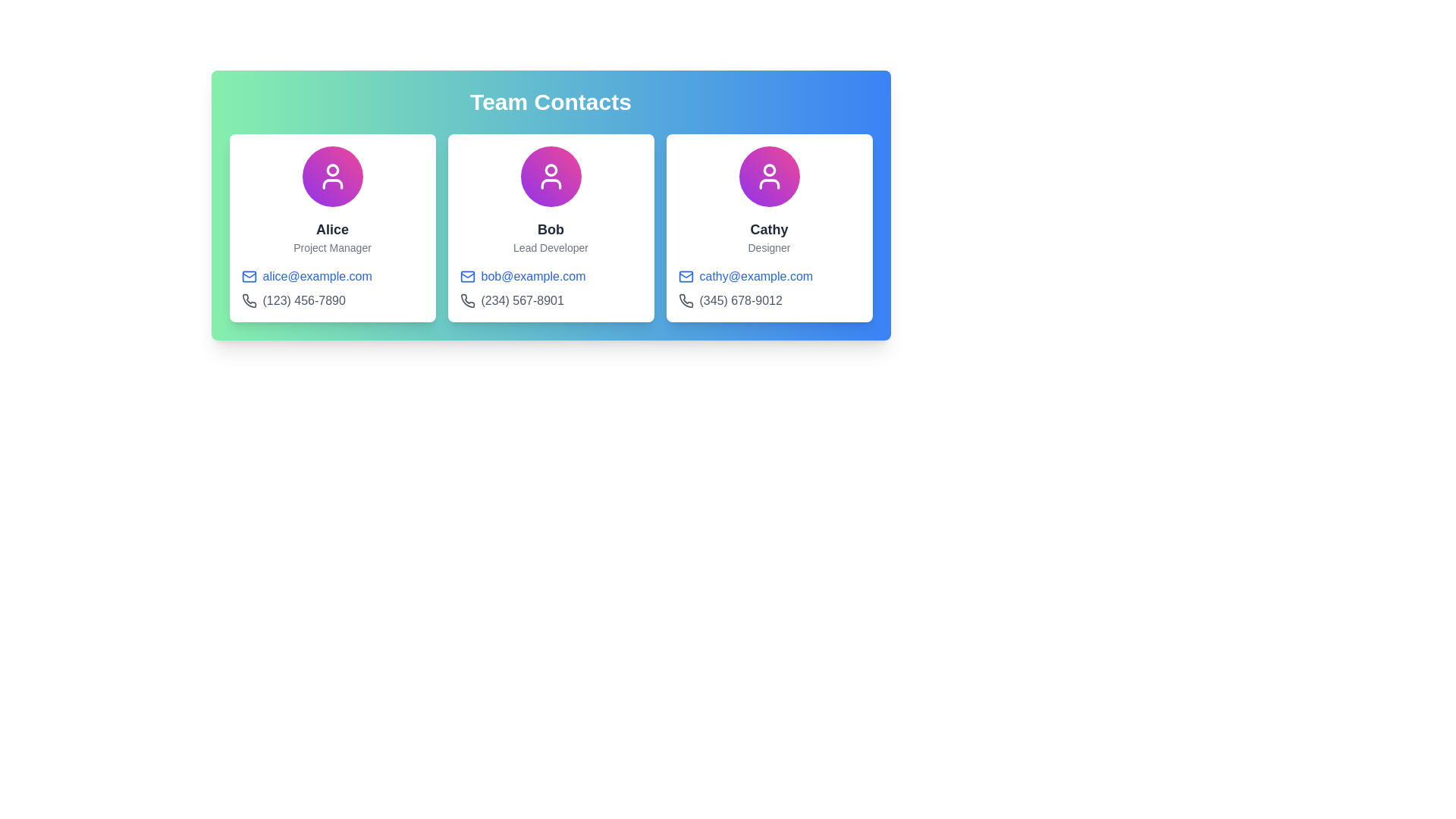  I want to click on the phone icon styled in a rounded stroke design located in Cathy's contact card, adjacent to her contact information, so click(685, 301).